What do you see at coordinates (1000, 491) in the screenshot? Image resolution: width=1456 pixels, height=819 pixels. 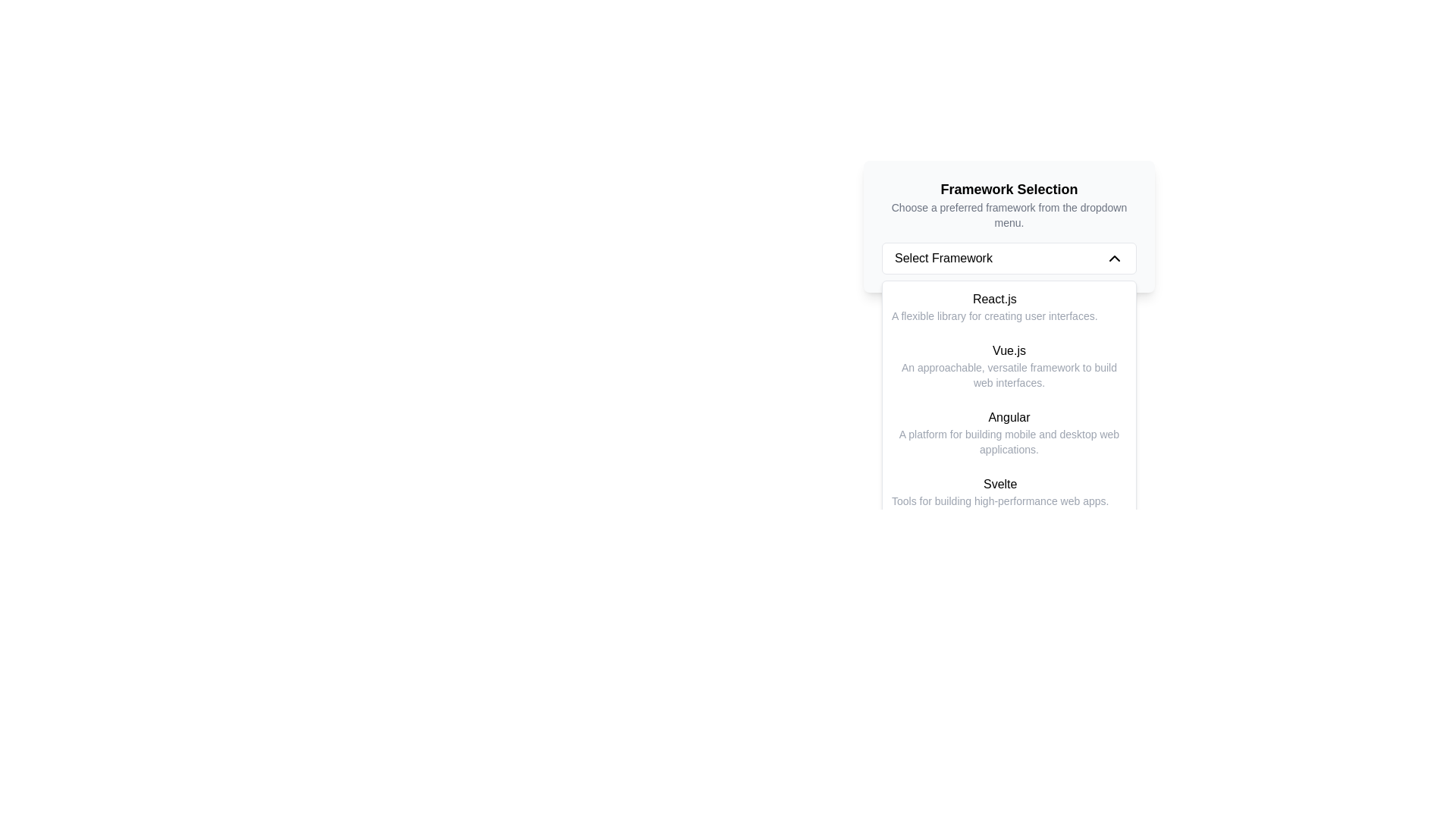 I see `informational List item for the 'Svelte' framework, which is the fourth item in the dropdown menu positioned beneath 'Angular'` at bounding box center [1000, 491].